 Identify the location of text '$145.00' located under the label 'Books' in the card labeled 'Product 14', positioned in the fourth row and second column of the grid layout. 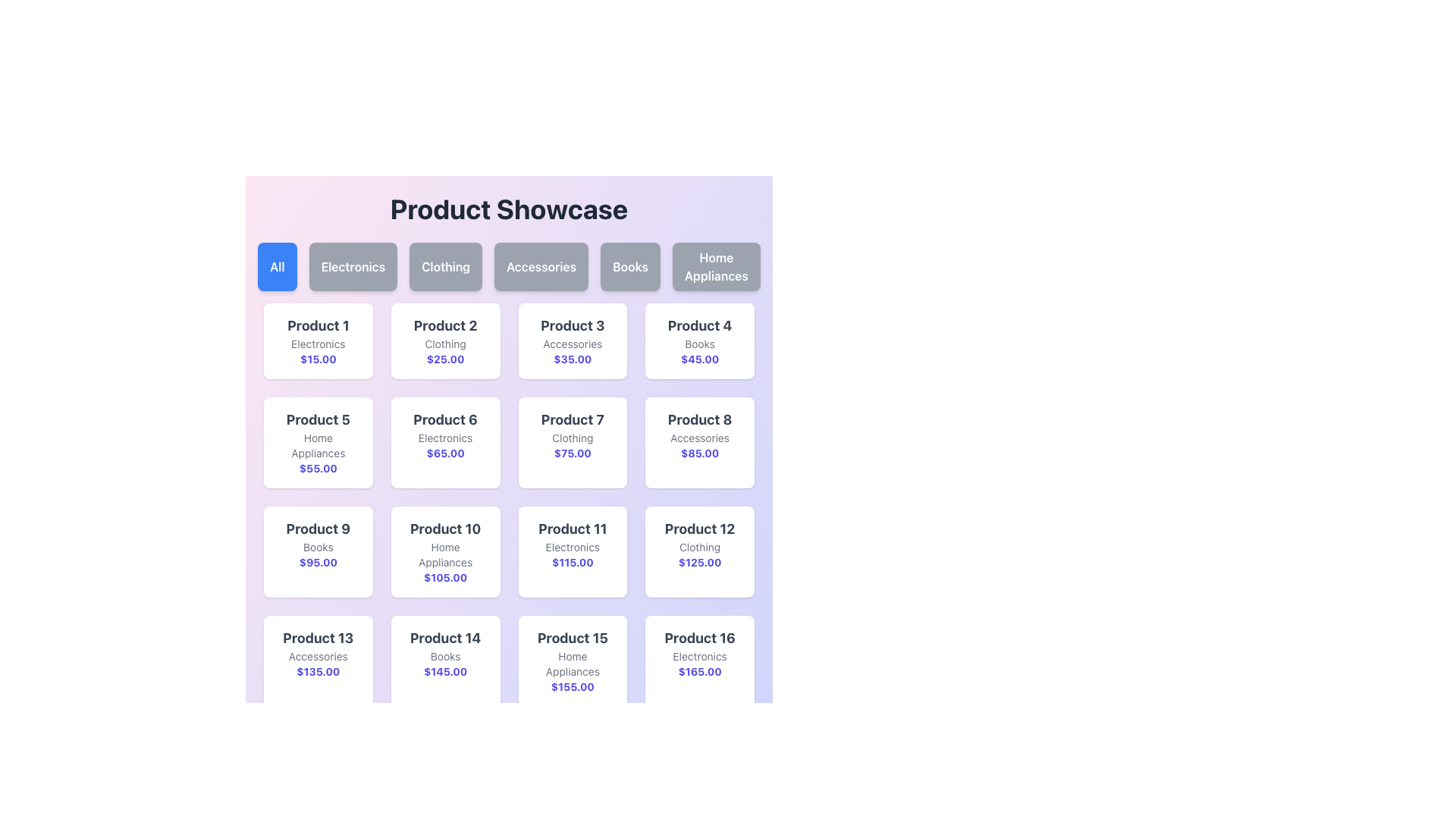
(444, 671).